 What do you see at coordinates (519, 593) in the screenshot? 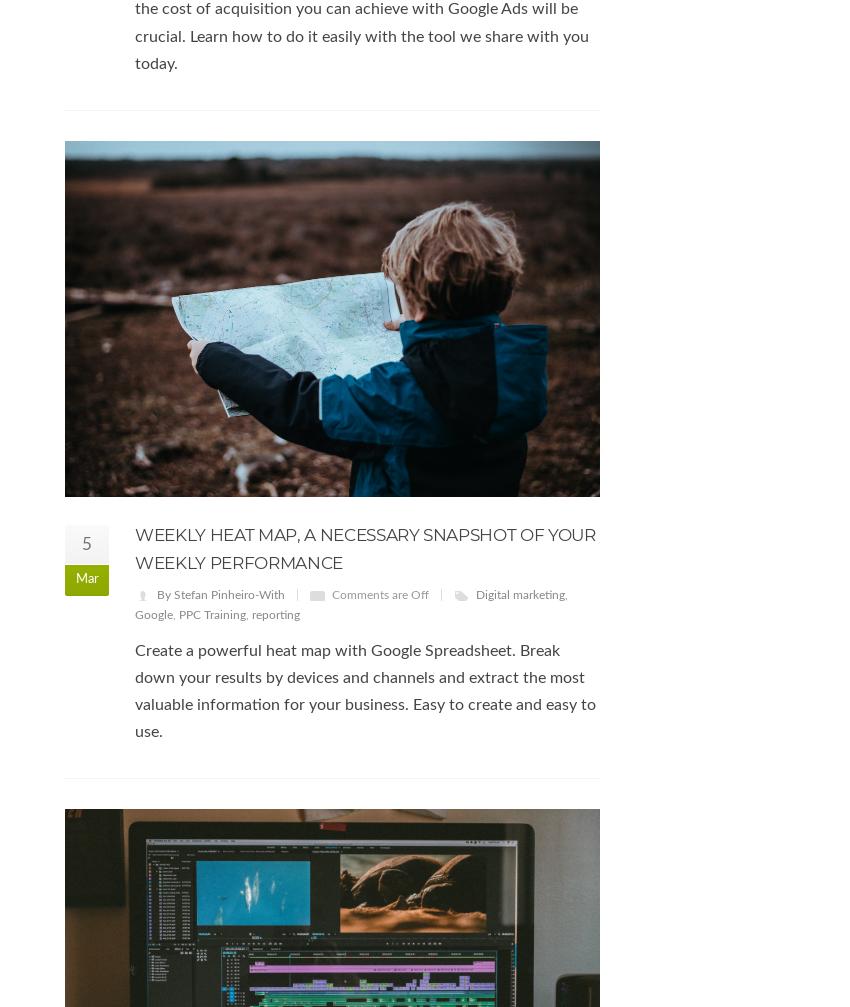
I see `'Digital marketing'` at bounding box center [519, 593].